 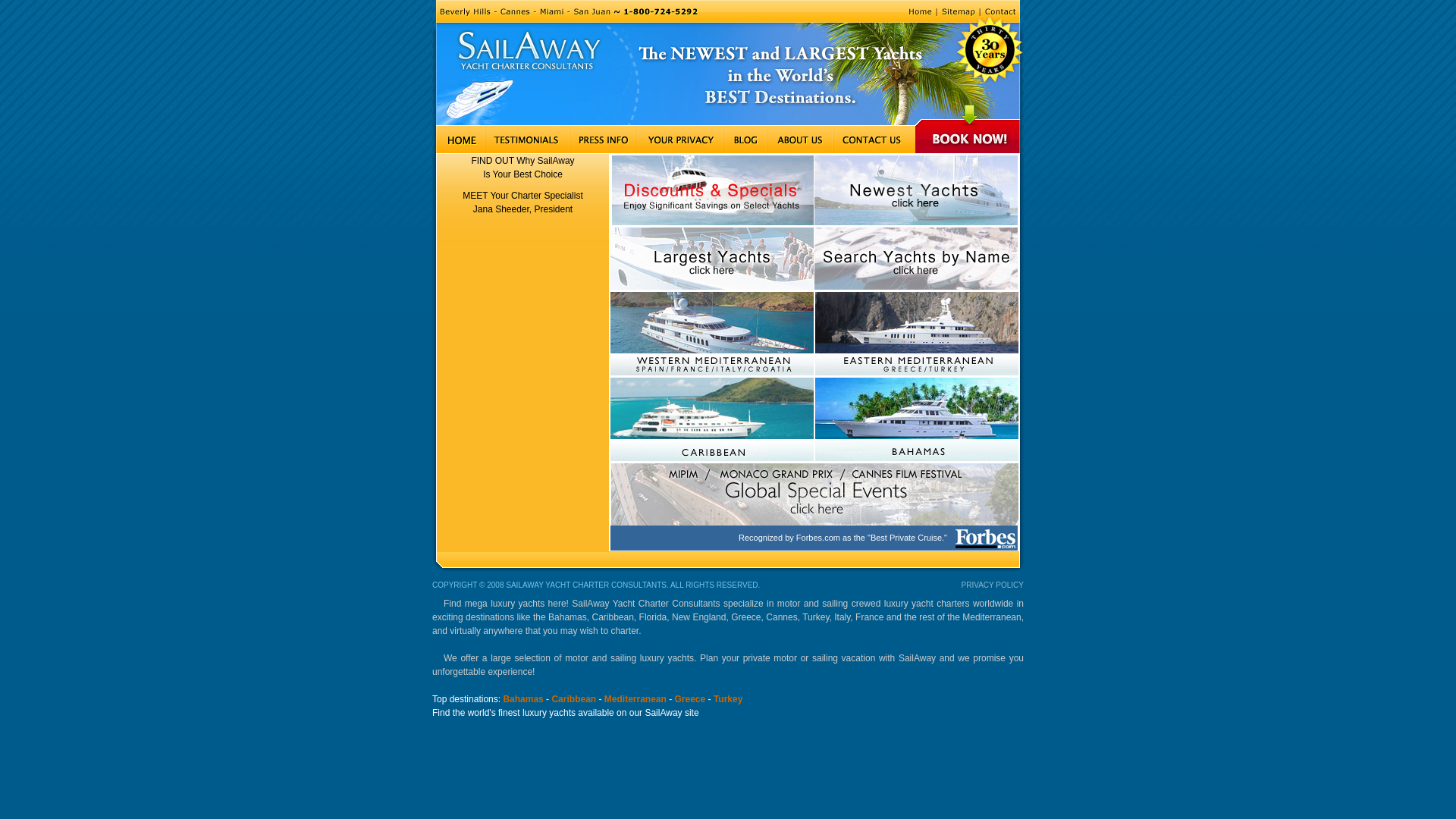 What do you see at coordinates (915, 190) in the screenshot?
I see `'New Yachts'` at bounding box center [915, 190].